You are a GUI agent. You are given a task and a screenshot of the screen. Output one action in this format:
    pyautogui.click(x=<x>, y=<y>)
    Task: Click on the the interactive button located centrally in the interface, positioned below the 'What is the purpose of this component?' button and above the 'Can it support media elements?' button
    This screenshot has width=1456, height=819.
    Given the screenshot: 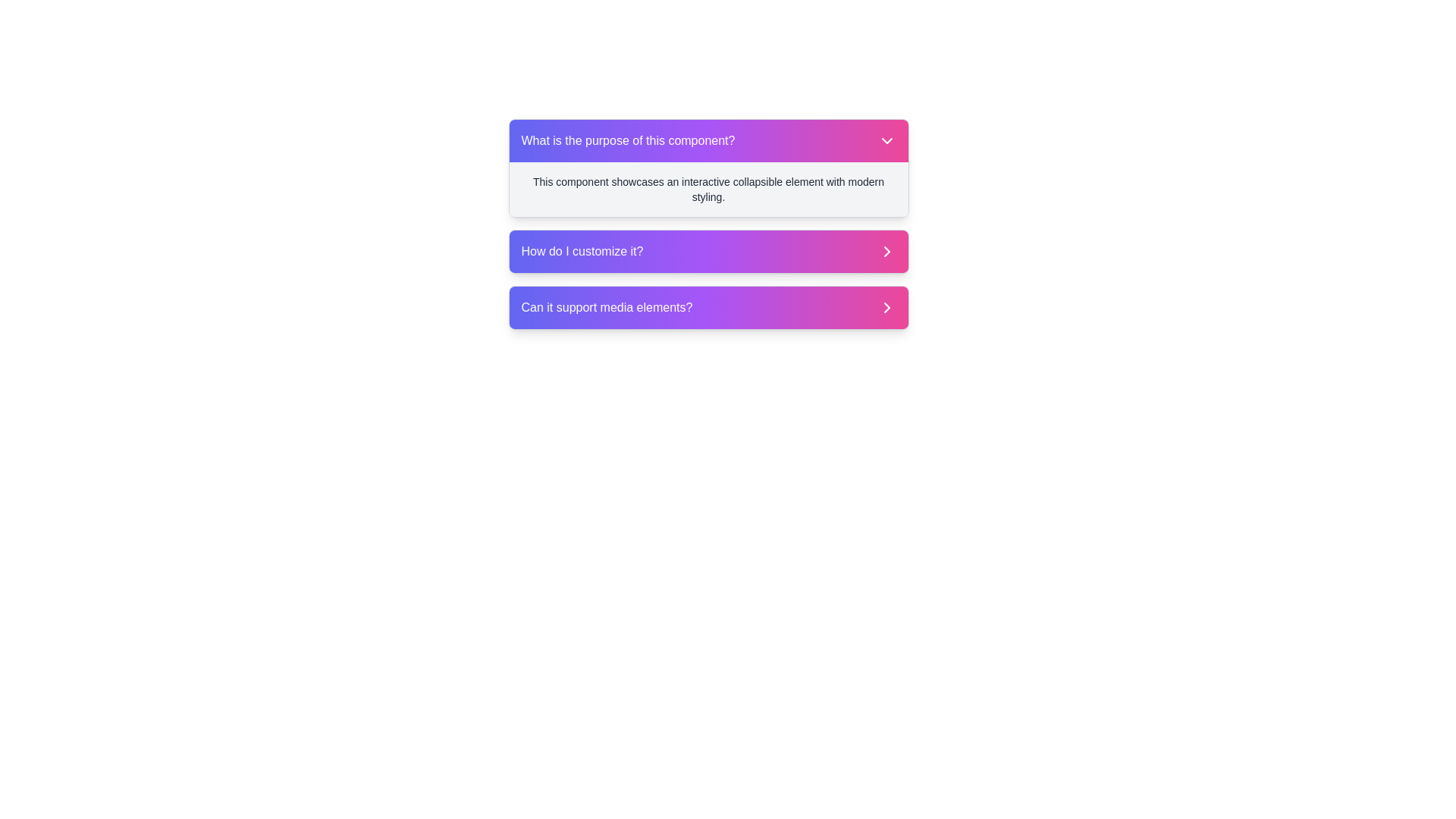 What is the action you would take?
    pyautogui.click(x=708, y=250)
    